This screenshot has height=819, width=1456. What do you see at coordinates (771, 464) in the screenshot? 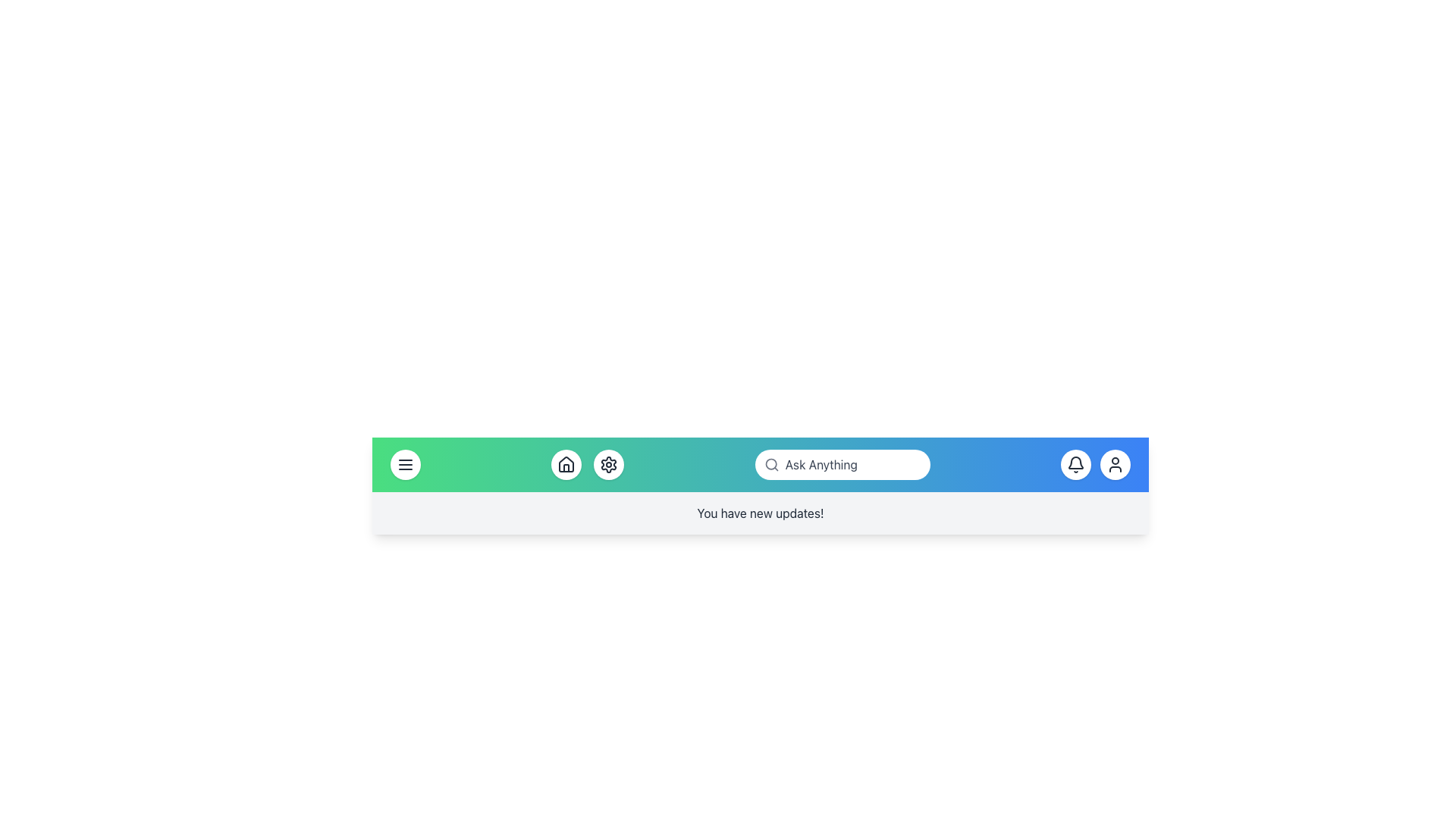
I see `the gray outlined magnifying glass icon located at the leftmost part of the search bar in the top navigation bar` at bounding box center [771, 464].